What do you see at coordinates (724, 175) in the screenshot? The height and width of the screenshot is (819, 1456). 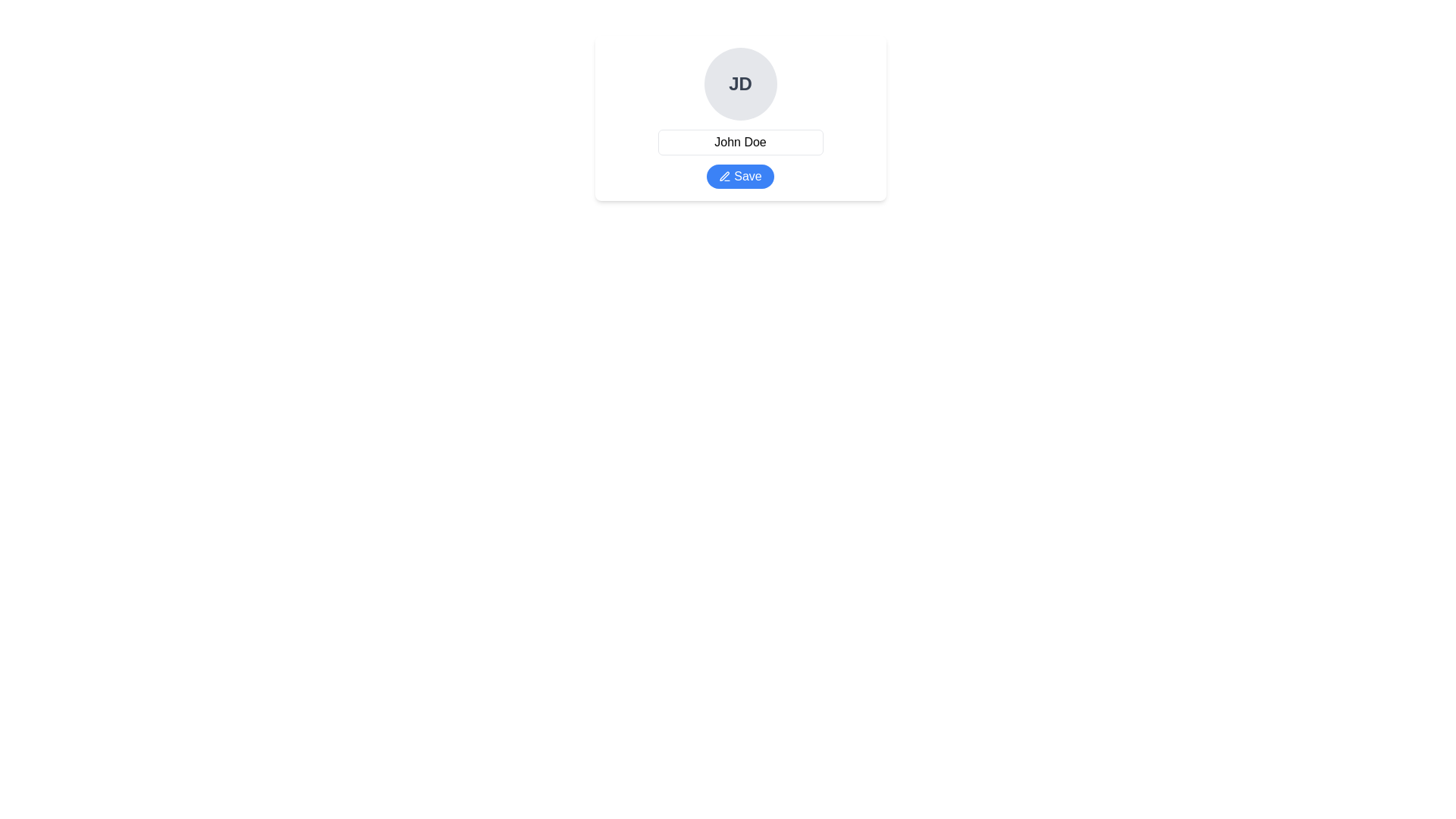 I see `the small pencil-like icon on the left side of the 'Save' button, which is centrally located under the name 'John Doe'` at bounding box center [724, 175].